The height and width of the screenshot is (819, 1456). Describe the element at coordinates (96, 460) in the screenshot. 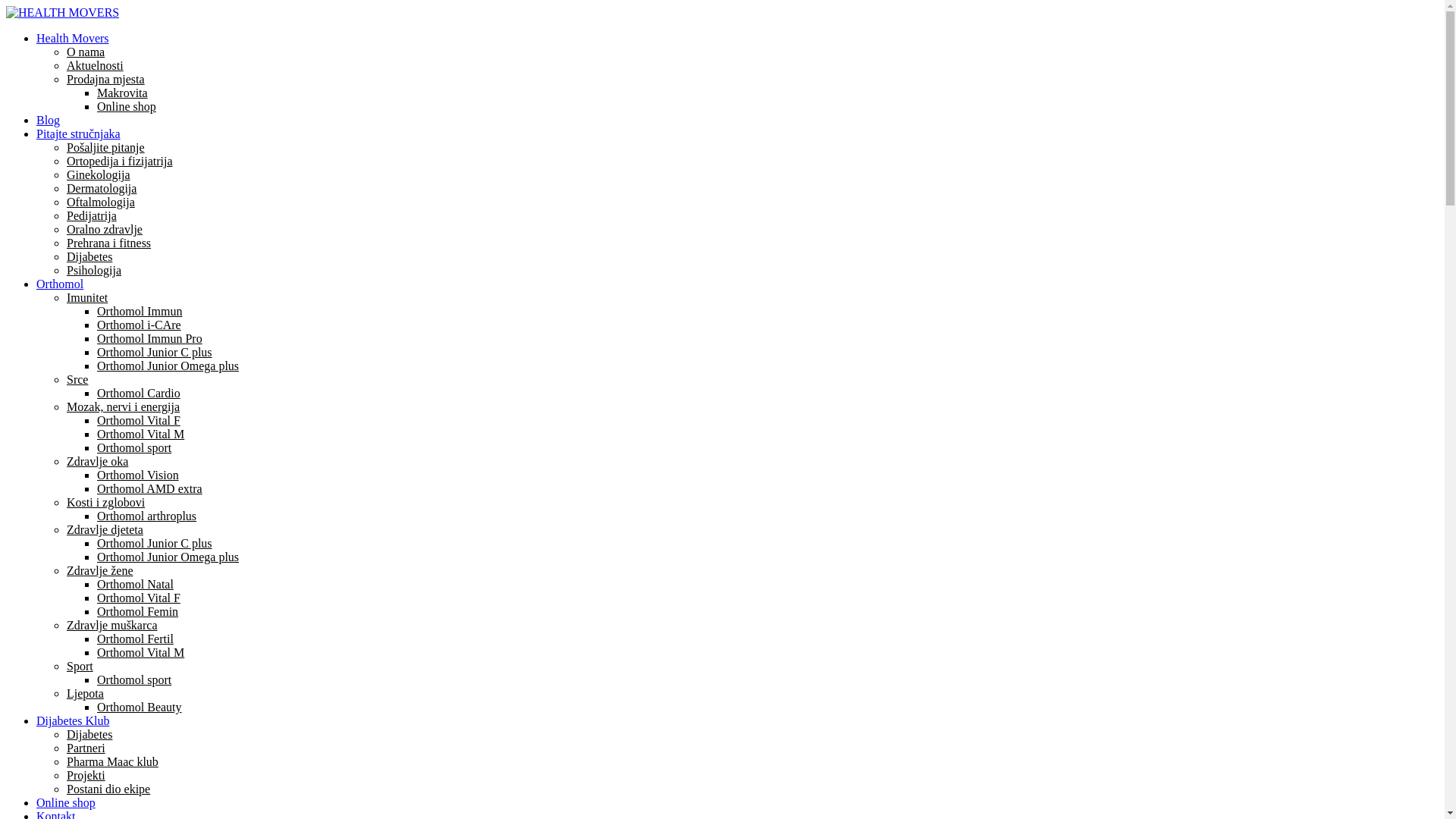

I see `'Zdravlje oka'` at that location.